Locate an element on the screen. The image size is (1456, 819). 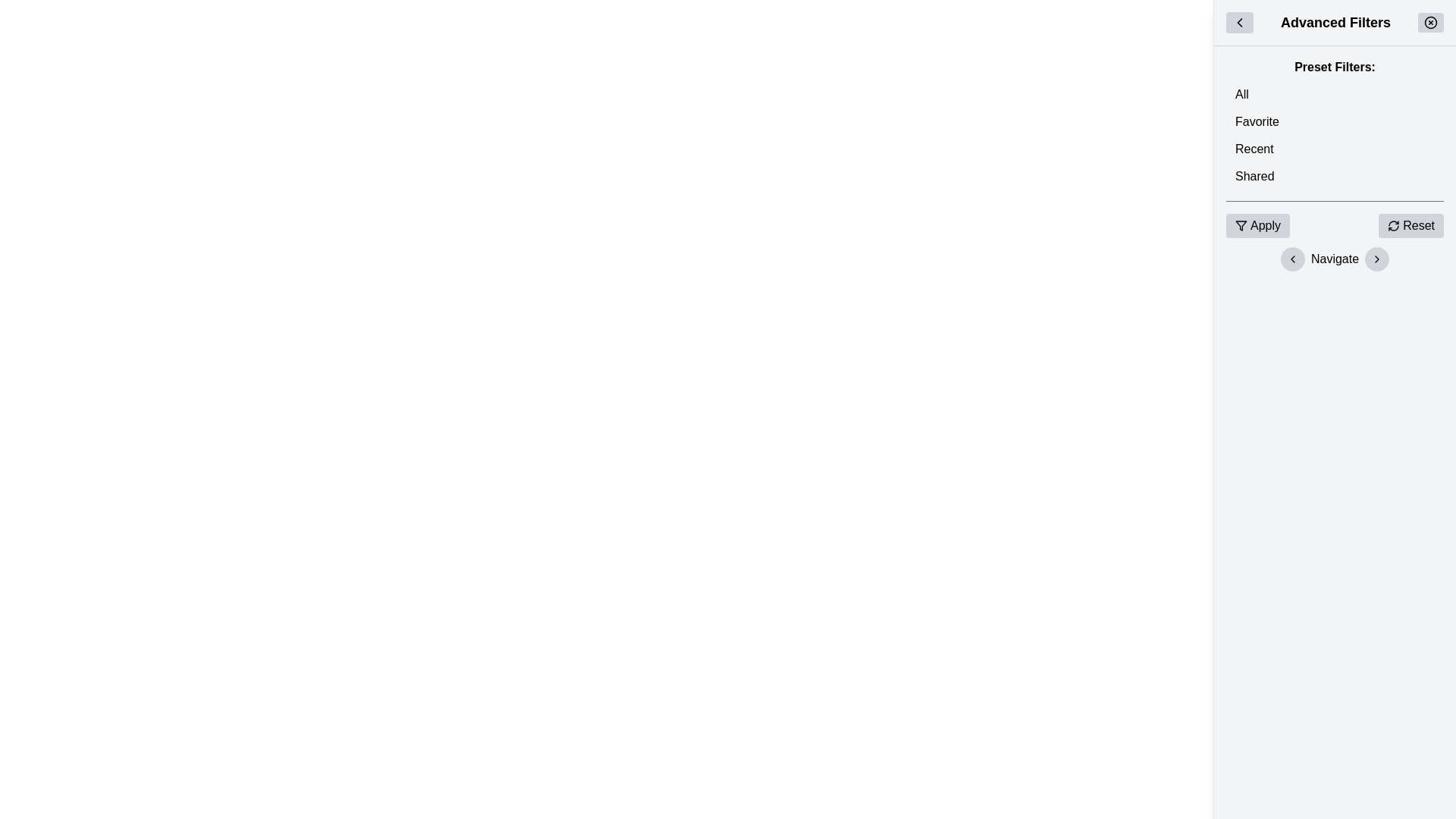
the leftward chevron icon within the button located at the top-left corner of the sidebar labeled 'Advanced Filters' is located at coordinates (1240, 23).